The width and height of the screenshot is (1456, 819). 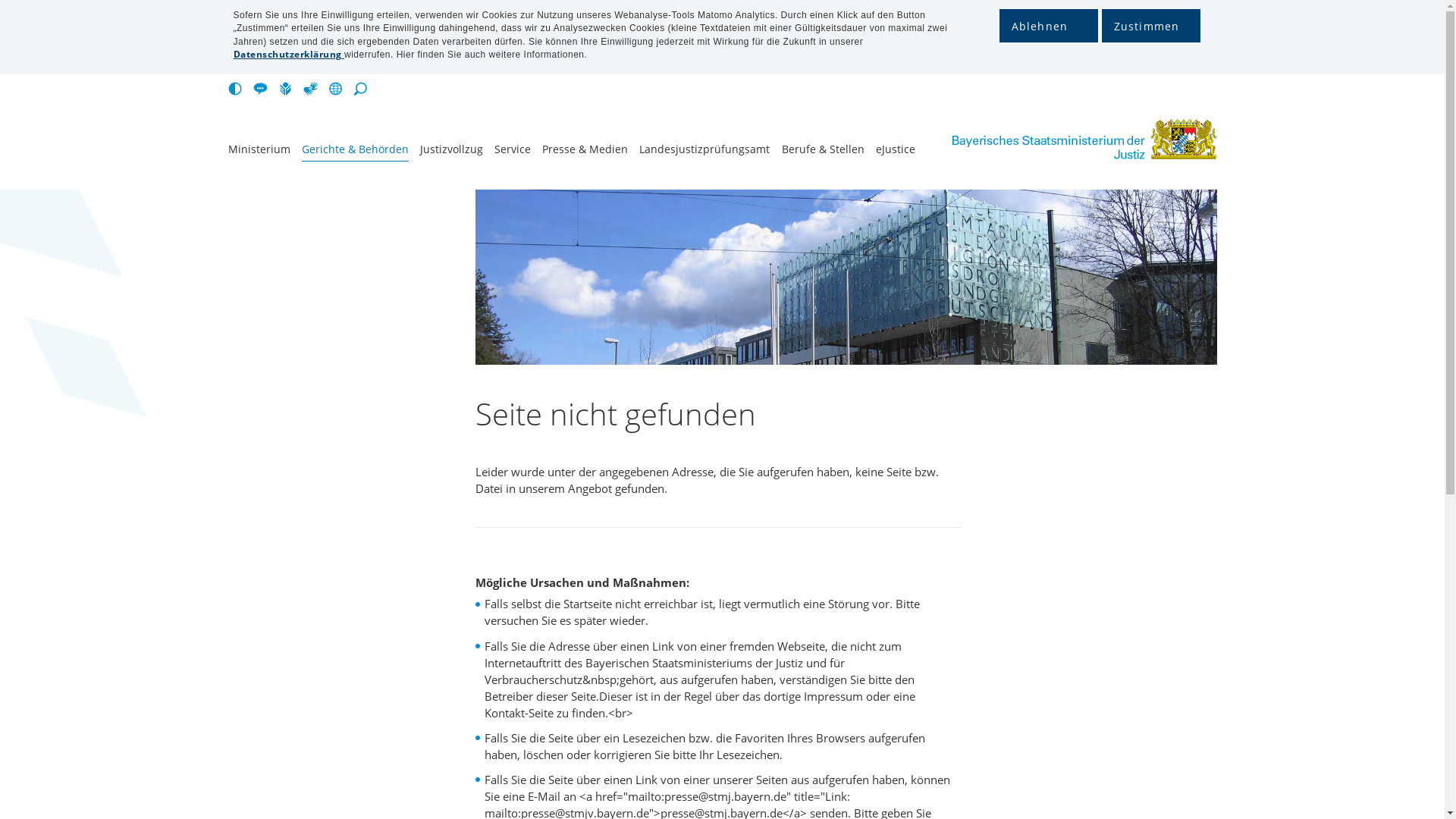 I want to click on 'Ministerium', so click(x=258, y=152).